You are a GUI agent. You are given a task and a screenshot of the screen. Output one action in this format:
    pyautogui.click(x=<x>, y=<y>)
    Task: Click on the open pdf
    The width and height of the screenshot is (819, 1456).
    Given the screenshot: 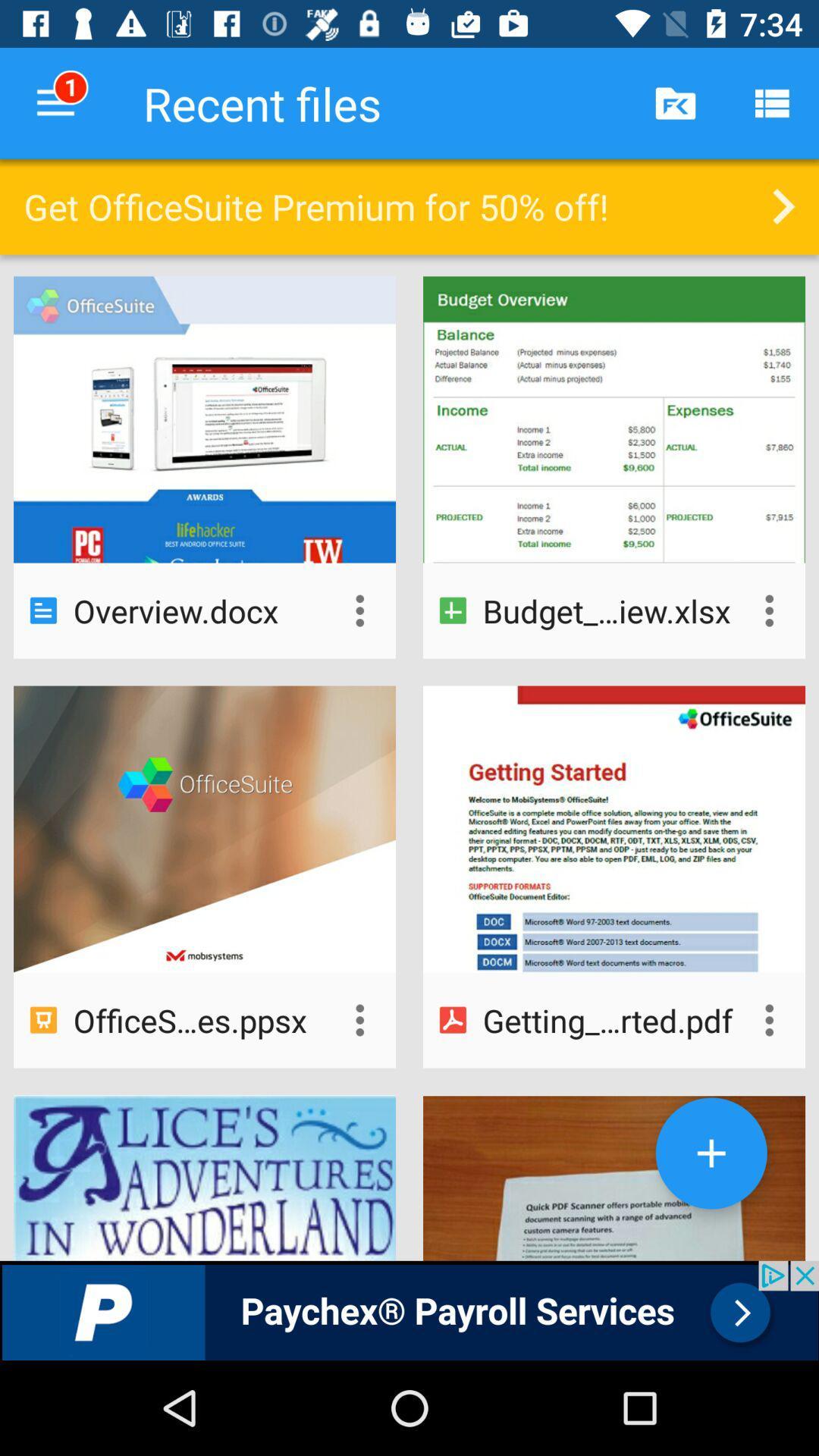 What is the action you would take?
    pyautogui.click(x=769, y=1020)
    